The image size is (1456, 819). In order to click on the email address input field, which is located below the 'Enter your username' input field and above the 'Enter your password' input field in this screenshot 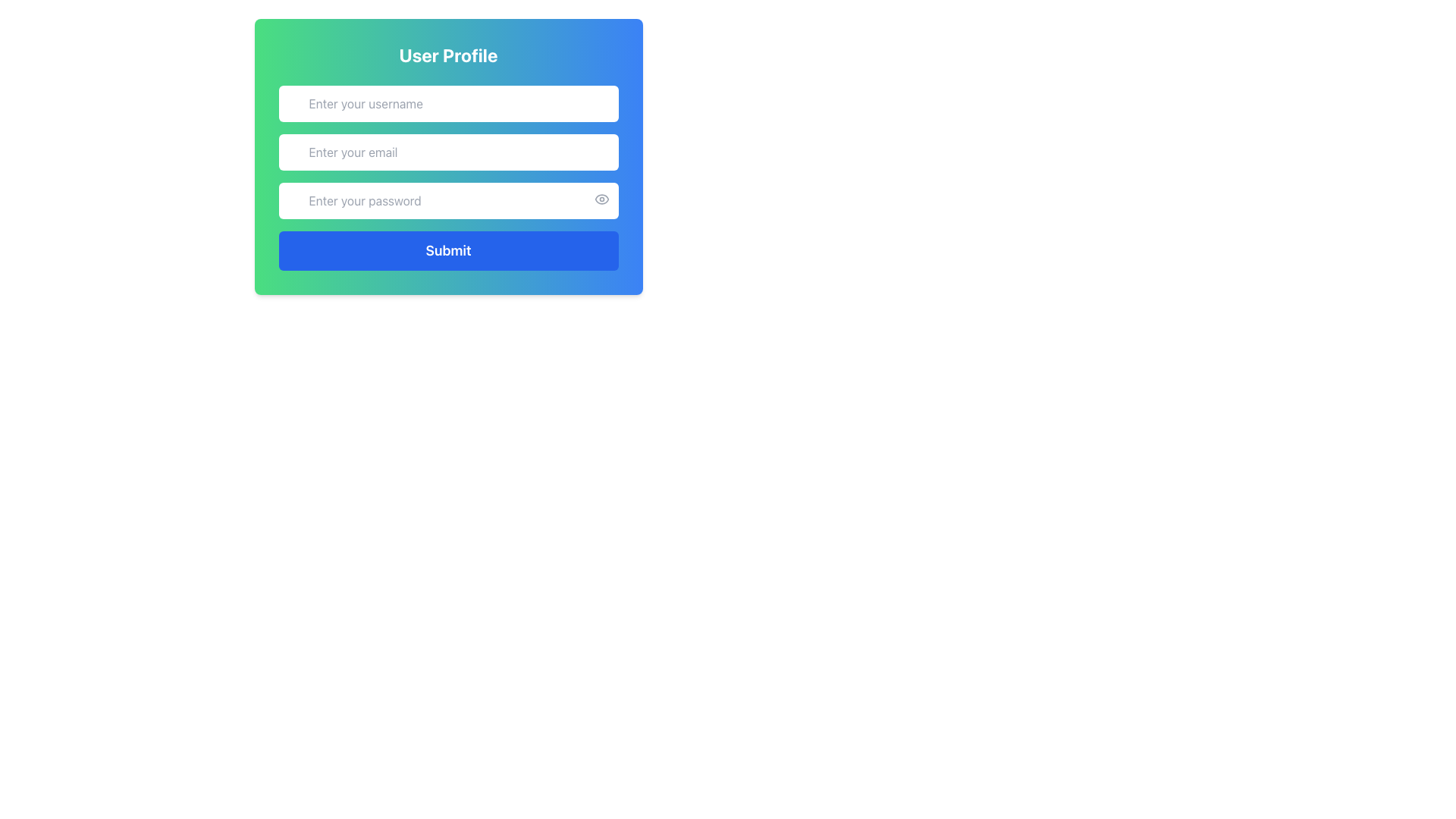, I will do `click(447, 152)`.